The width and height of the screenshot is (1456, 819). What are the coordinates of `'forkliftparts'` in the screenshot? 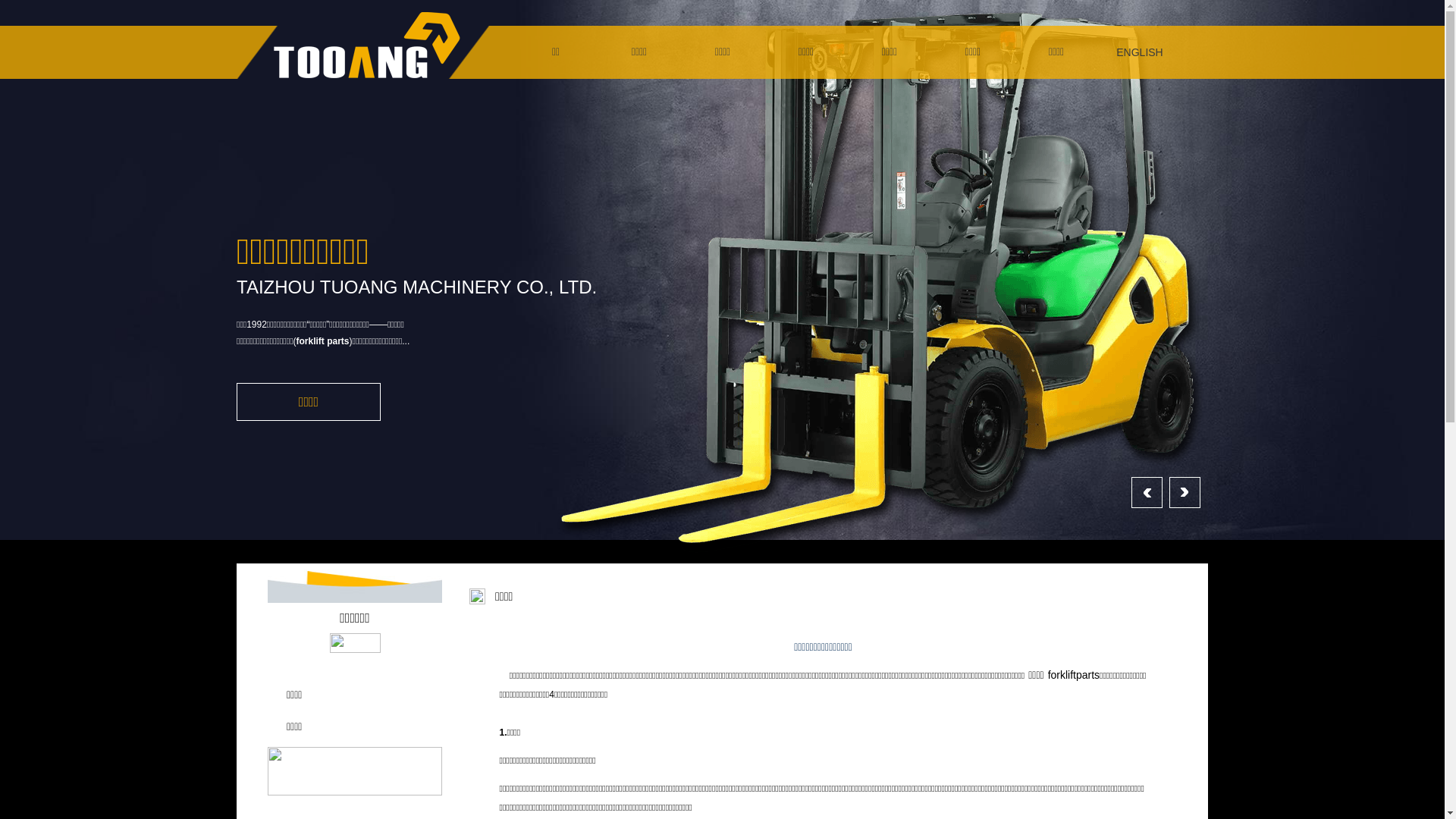 It's located at (1073, 674).